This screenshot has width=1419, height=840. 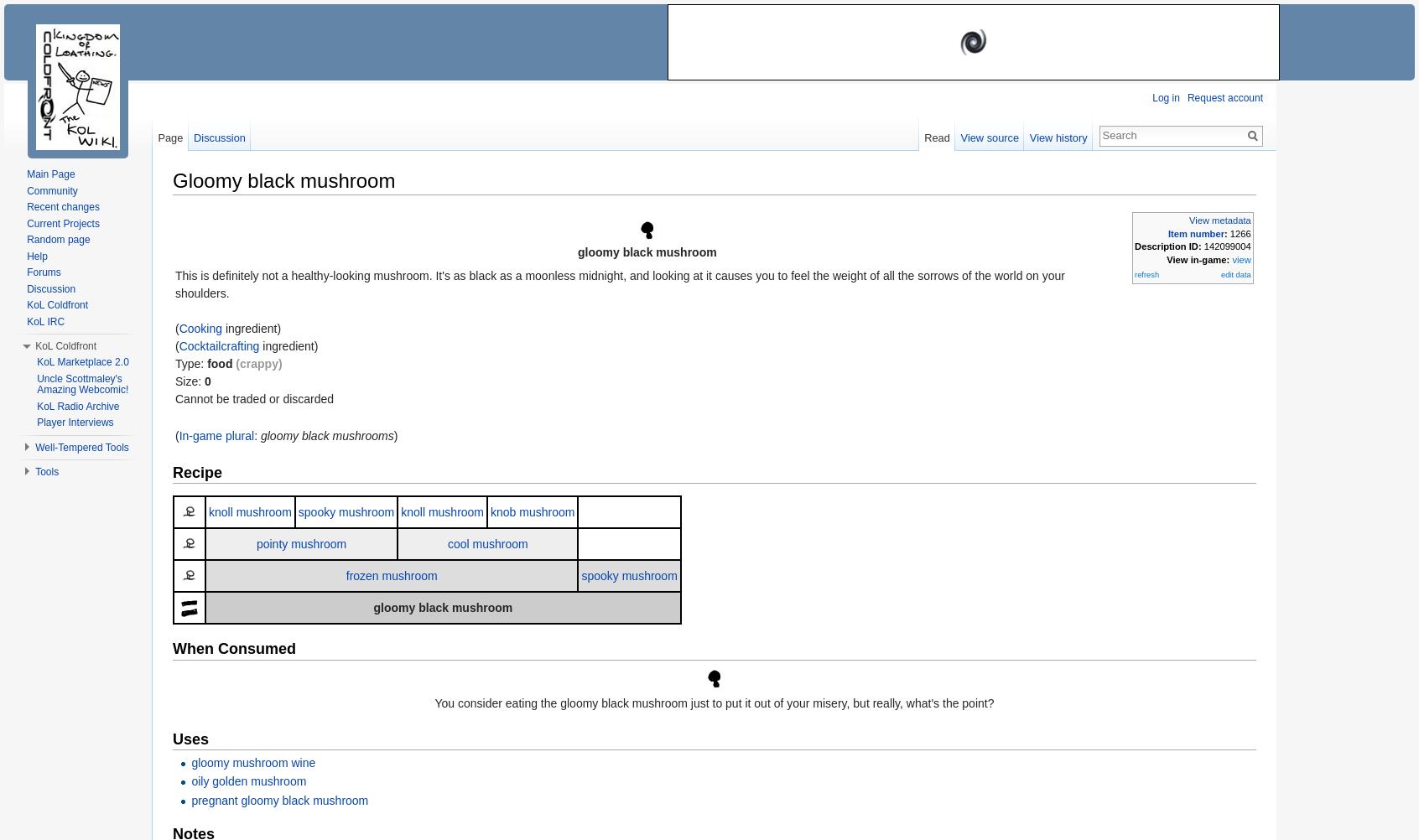 I want to click on 'View in-game:', so click(x=1166, y=258).